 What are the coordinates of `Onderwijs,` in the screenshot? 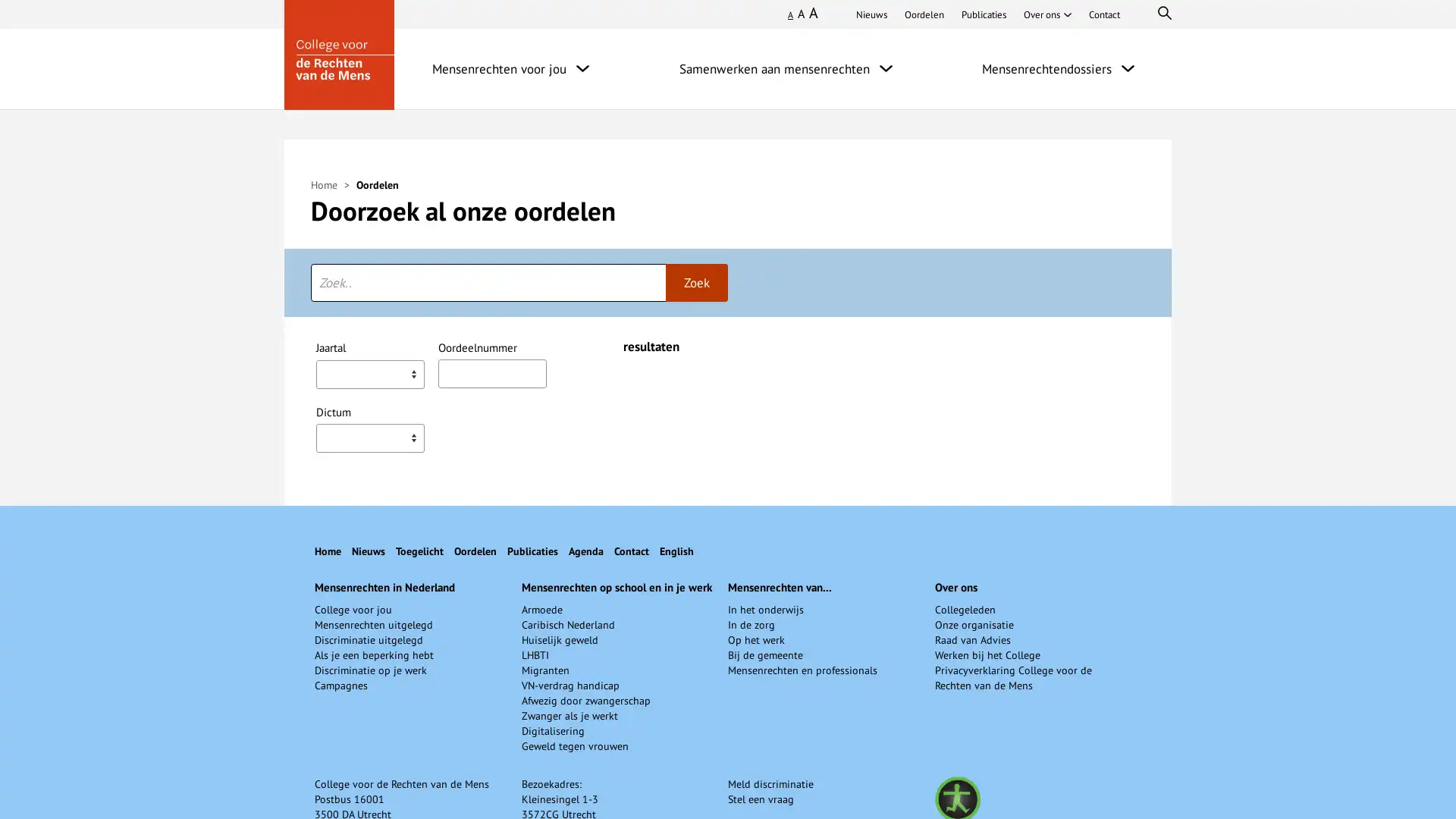 It's located at (965, 778).